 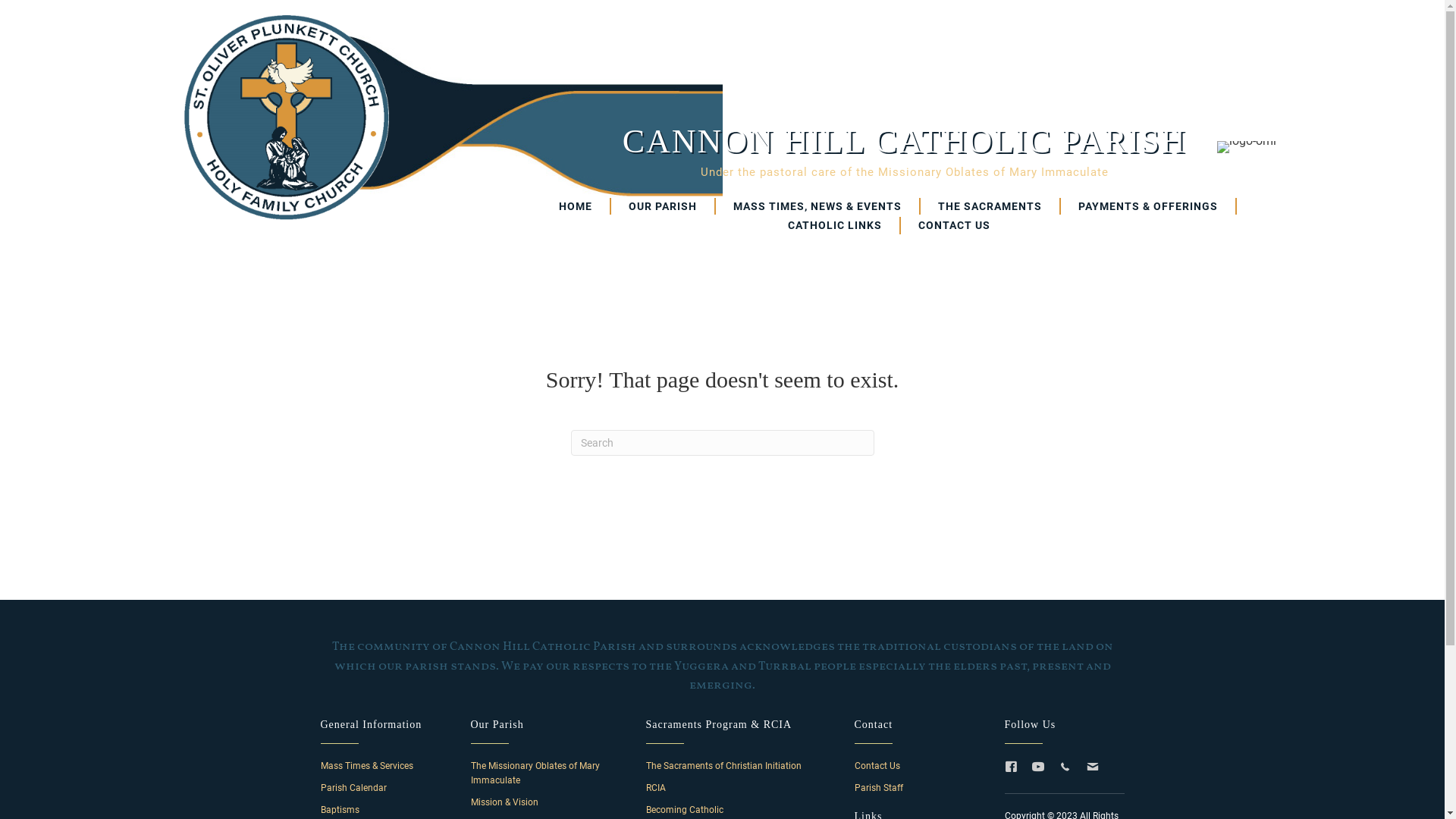 What do you see at coordinates (1059, 206) in the screenshot?
I see `'PAYMENTS & OFFERINGS'` at bounding box center [1059, 206].